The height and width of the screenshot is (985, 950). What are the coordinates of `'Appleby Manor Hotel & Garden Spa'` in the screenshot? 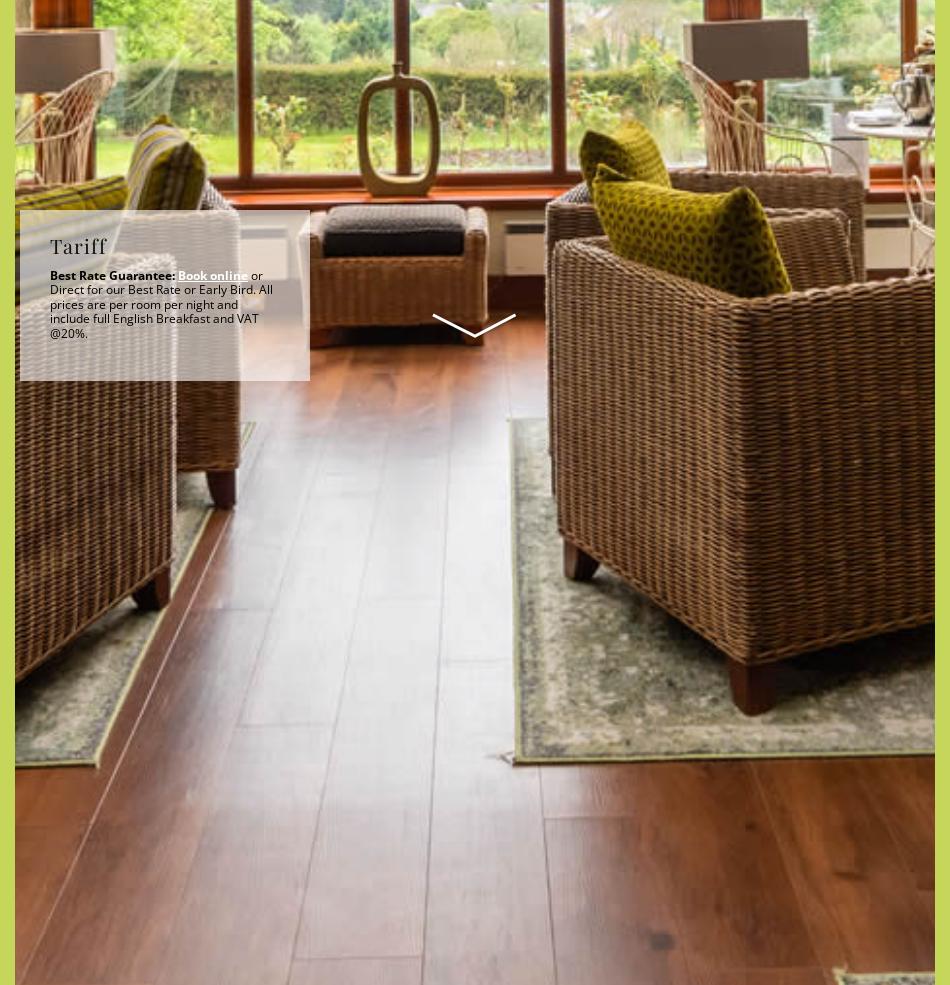 It's located at (475, 653).